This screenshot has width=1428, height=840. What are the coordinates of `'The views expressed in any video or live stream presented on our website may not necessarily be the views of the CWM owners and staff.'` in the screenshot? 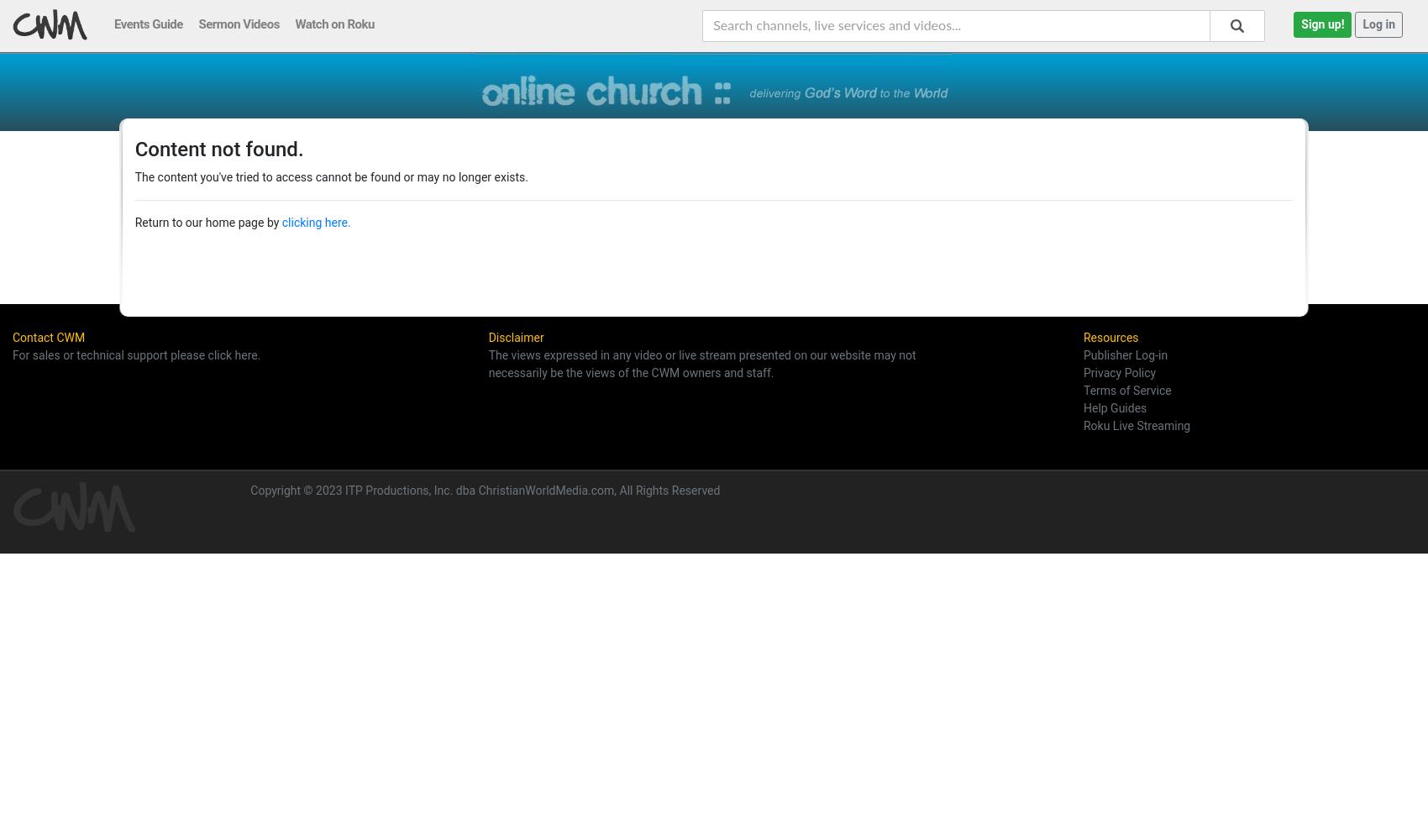 It's located at (487, 364).